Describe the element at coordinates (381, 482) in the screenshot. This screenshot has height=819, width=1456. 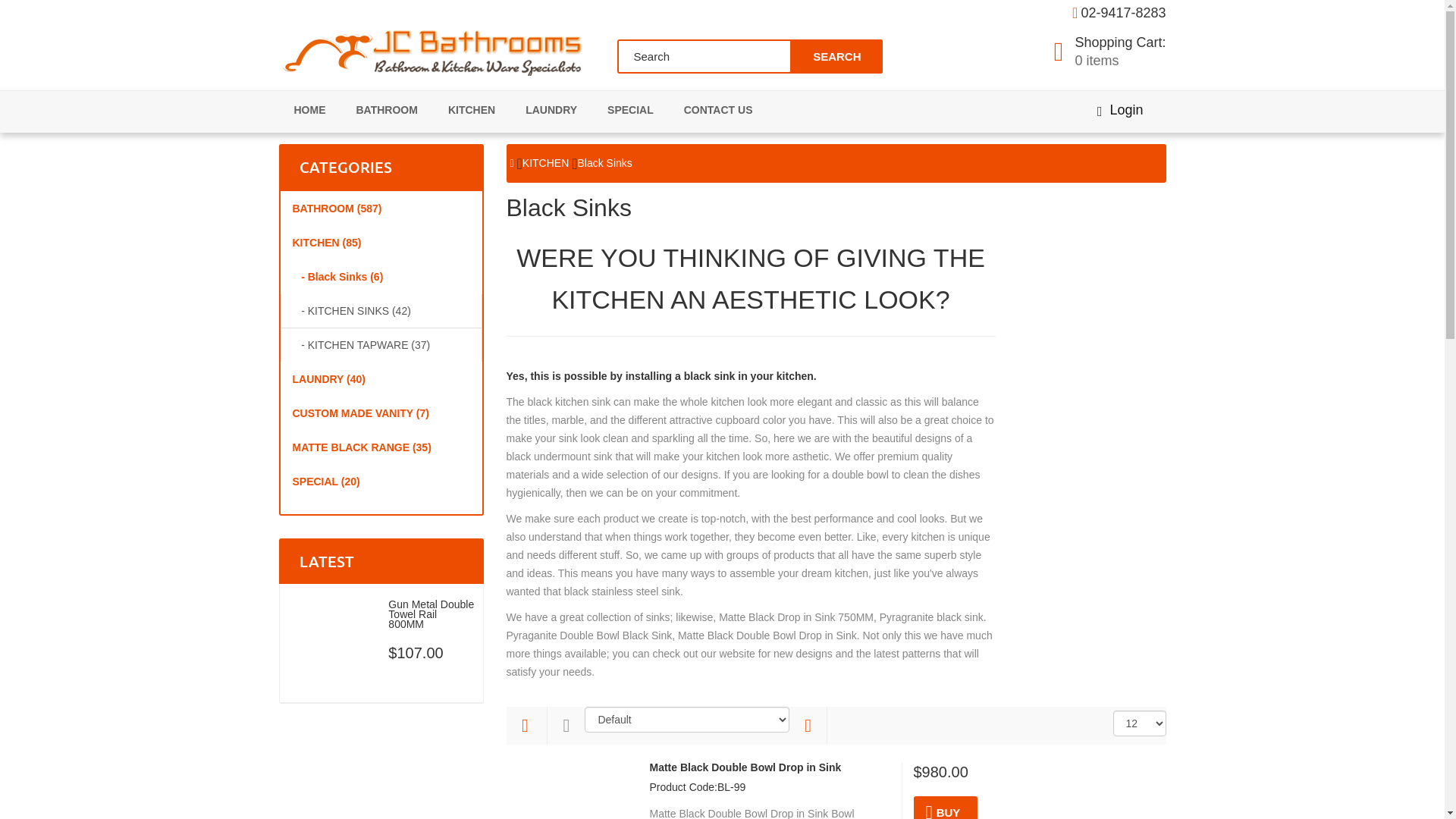
I see `'SPECIAL (20)'` at that location.